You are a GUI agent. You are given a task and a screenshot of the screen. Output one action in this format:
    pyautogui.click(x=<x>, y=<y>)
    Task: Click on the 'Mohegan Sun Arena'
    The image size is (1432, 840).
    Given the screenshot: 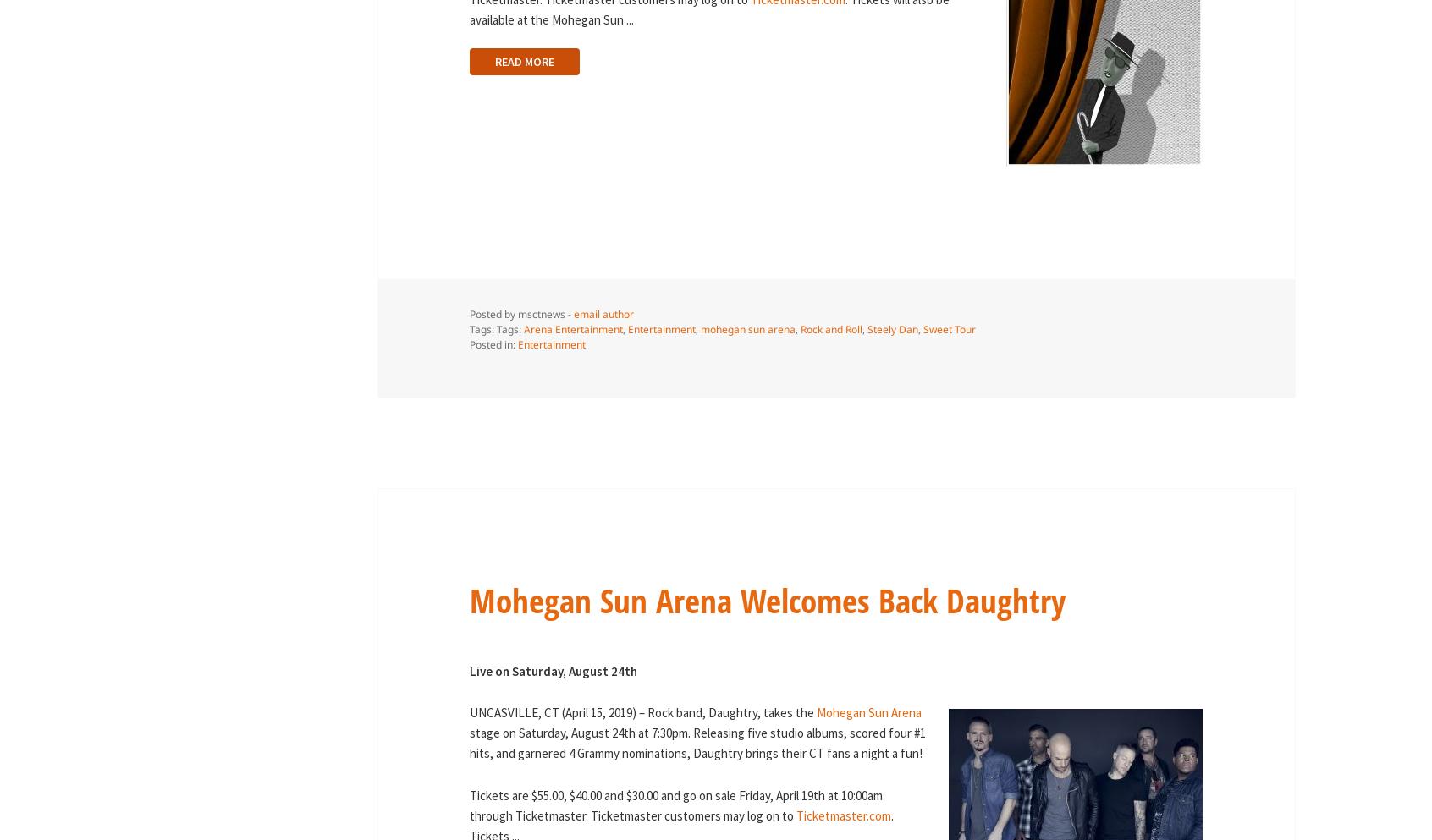 What is the action you would take?
    pyautogui.click(x=815, y=711)
    